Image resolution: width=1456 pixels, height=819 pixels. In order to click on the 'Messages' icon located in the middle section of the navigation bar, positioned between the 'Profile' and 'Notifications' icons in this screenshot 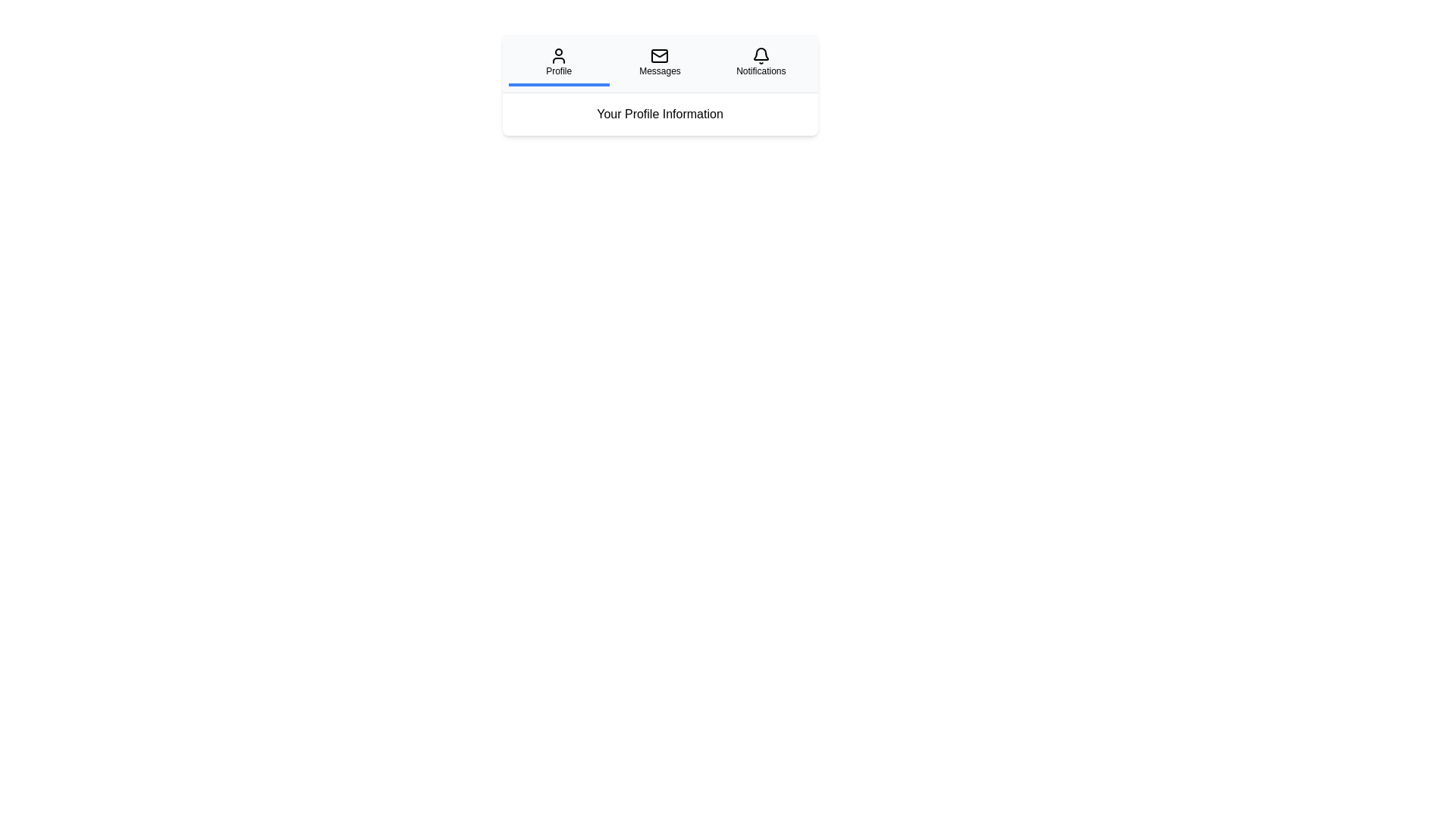, I will do `click(660, 55)`.